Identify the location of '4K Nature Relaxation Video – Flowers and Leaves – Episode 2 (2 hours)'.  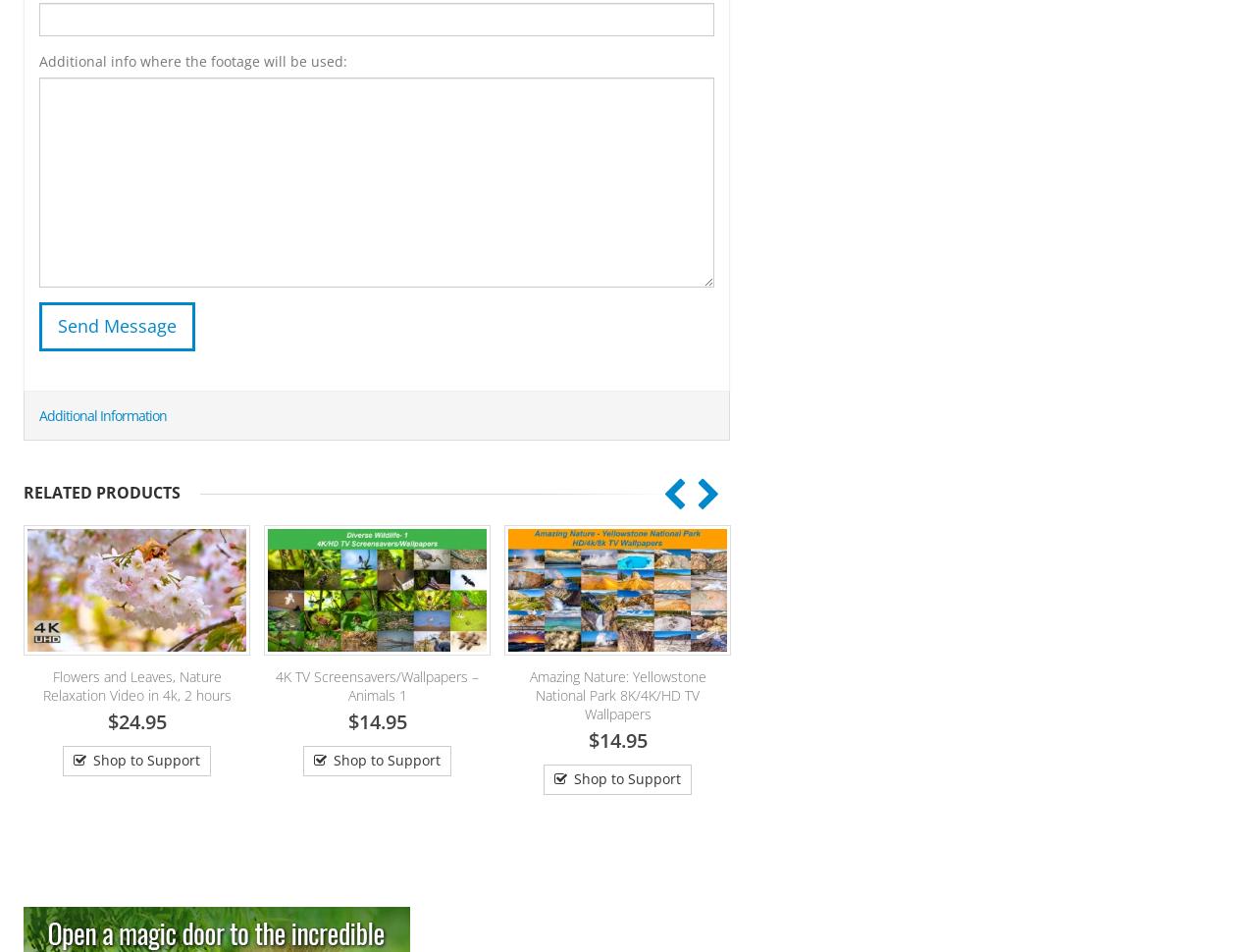
(909, 695).